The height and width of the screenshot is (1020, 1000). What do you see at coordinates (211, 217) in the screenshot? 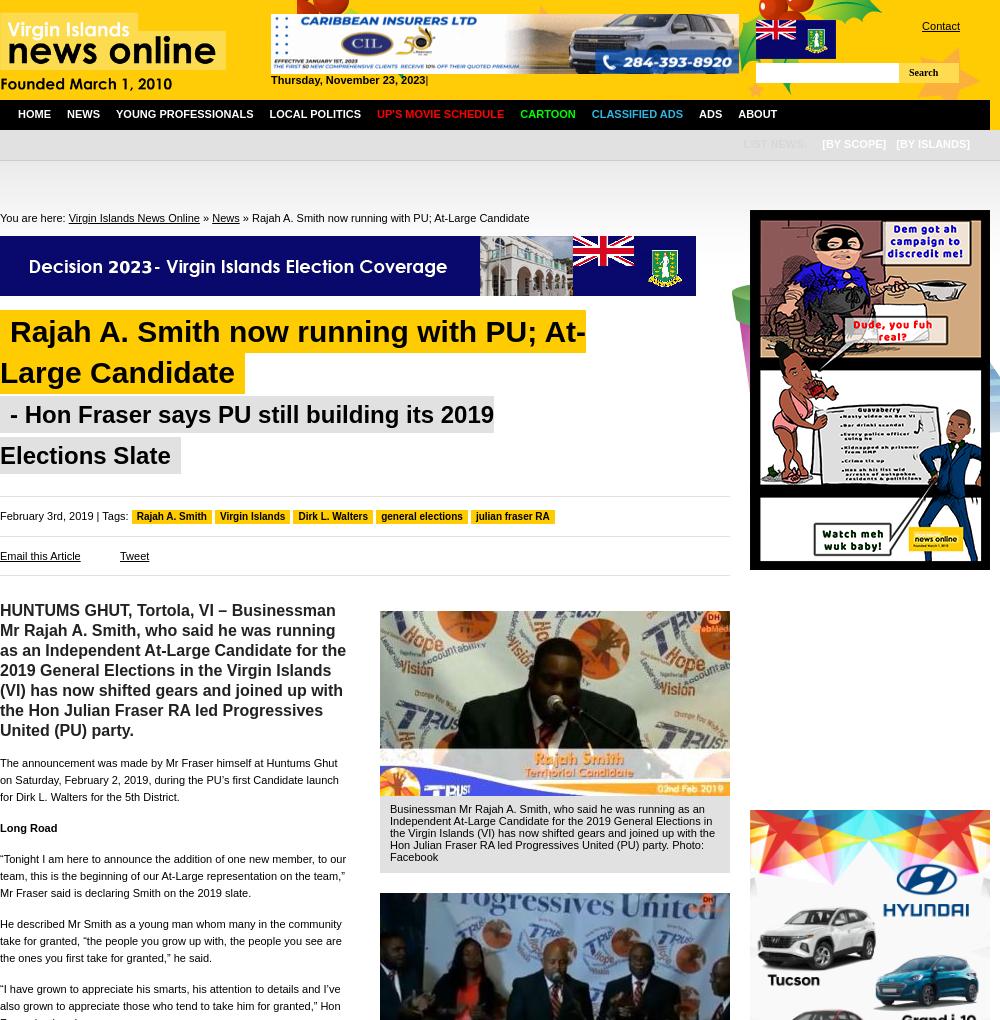
I see `'News'` at bounding box center [211, 217].